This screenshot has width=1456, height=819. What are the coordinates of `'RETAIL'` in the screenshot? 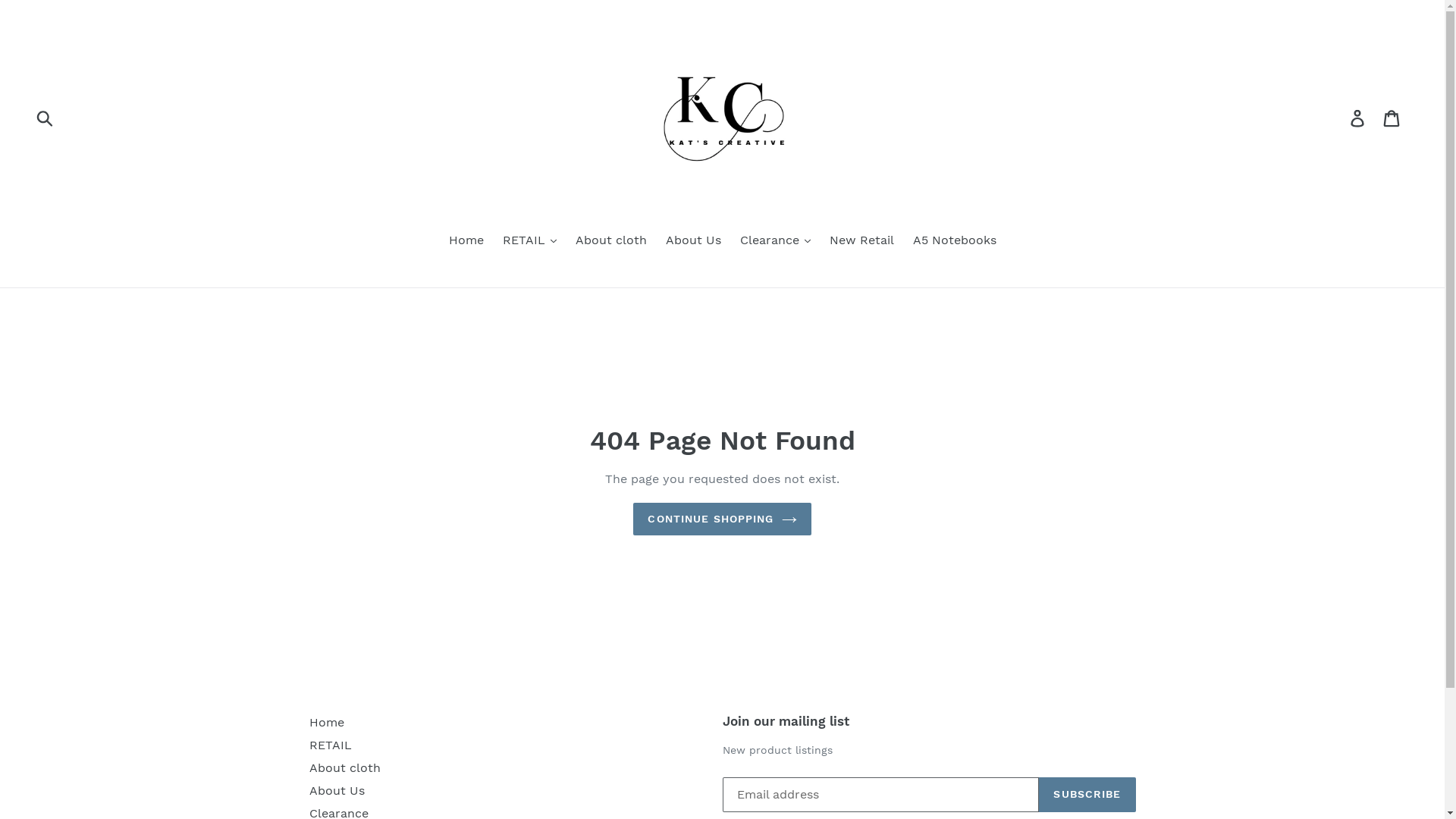 It's located at (330, 744).